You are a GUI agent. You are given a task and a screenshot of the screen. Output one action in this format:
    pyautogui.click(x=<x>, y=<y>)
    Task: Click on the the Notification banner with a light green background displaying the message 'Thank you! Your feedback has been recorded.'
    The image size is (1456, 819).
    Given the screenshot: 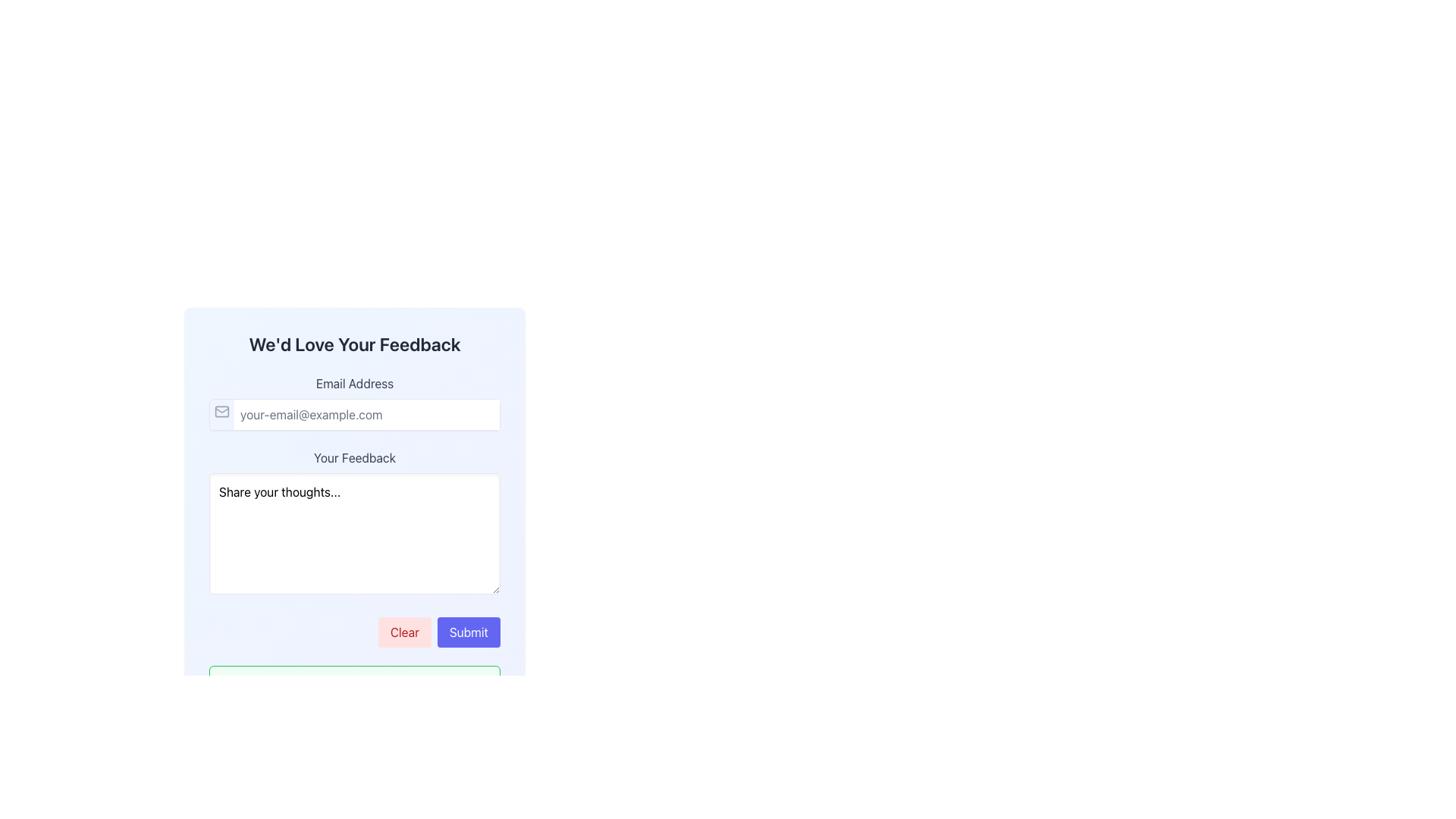 What is the action you would take?
    pyautogui.click(x=353, y=696)
    